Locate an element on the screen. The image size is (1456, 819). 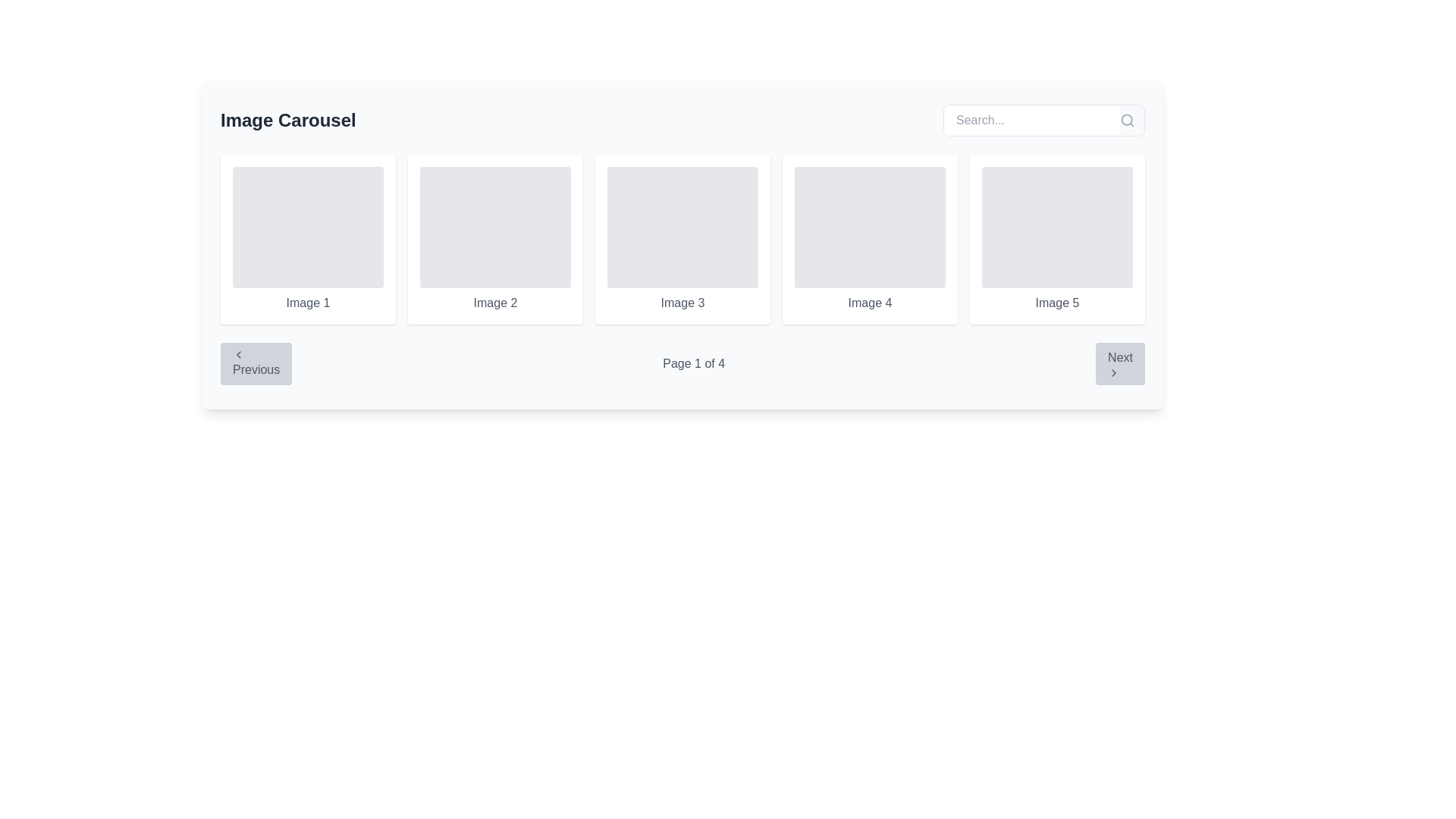
the navigation button located at the rightmost end of the navigation bar below the image carousel is located at coordinates (1120, 363).